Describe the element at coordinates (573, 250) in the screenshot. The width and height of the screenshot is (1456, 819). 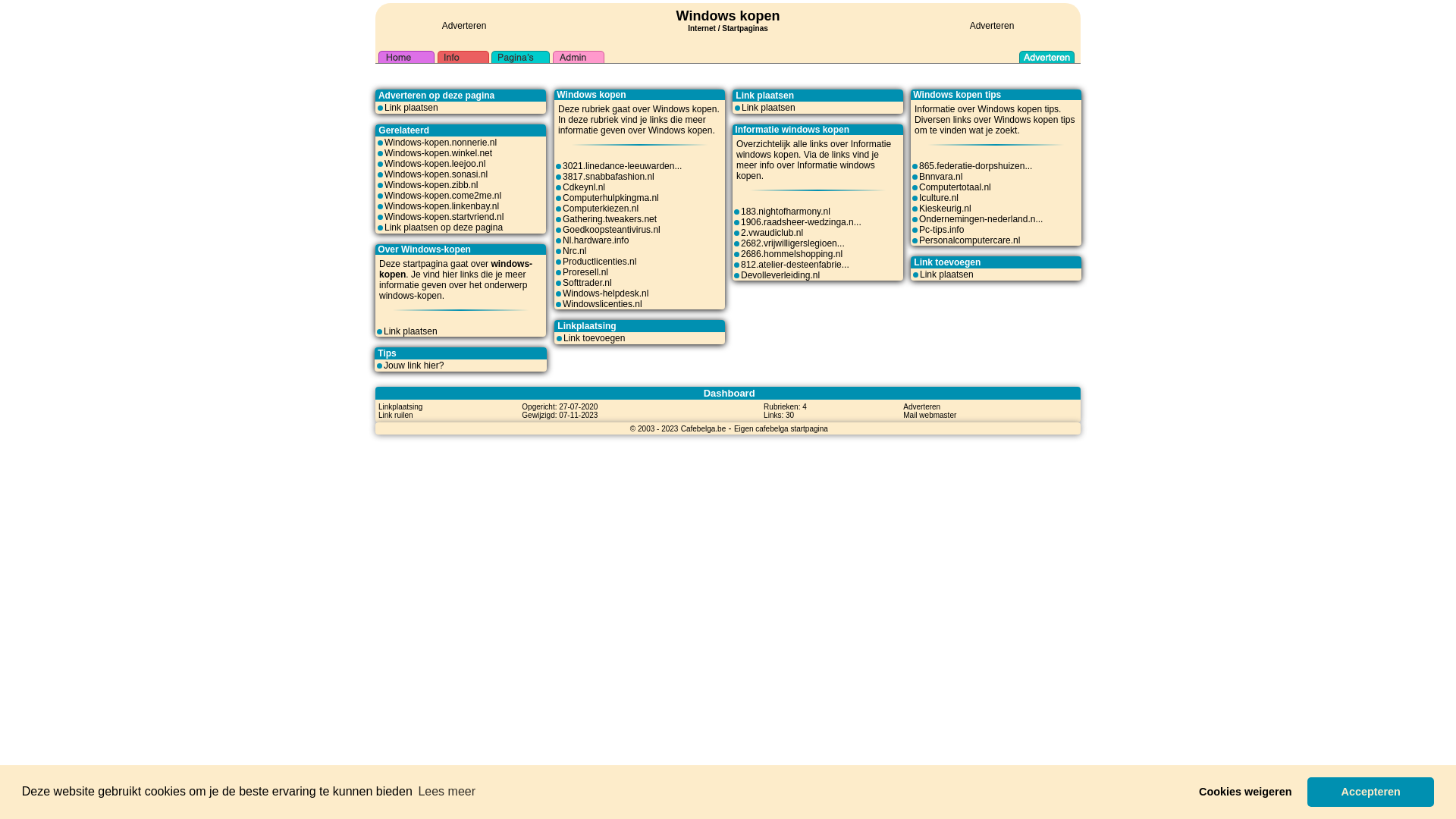
I see `'Nrc.nl'` at that location.